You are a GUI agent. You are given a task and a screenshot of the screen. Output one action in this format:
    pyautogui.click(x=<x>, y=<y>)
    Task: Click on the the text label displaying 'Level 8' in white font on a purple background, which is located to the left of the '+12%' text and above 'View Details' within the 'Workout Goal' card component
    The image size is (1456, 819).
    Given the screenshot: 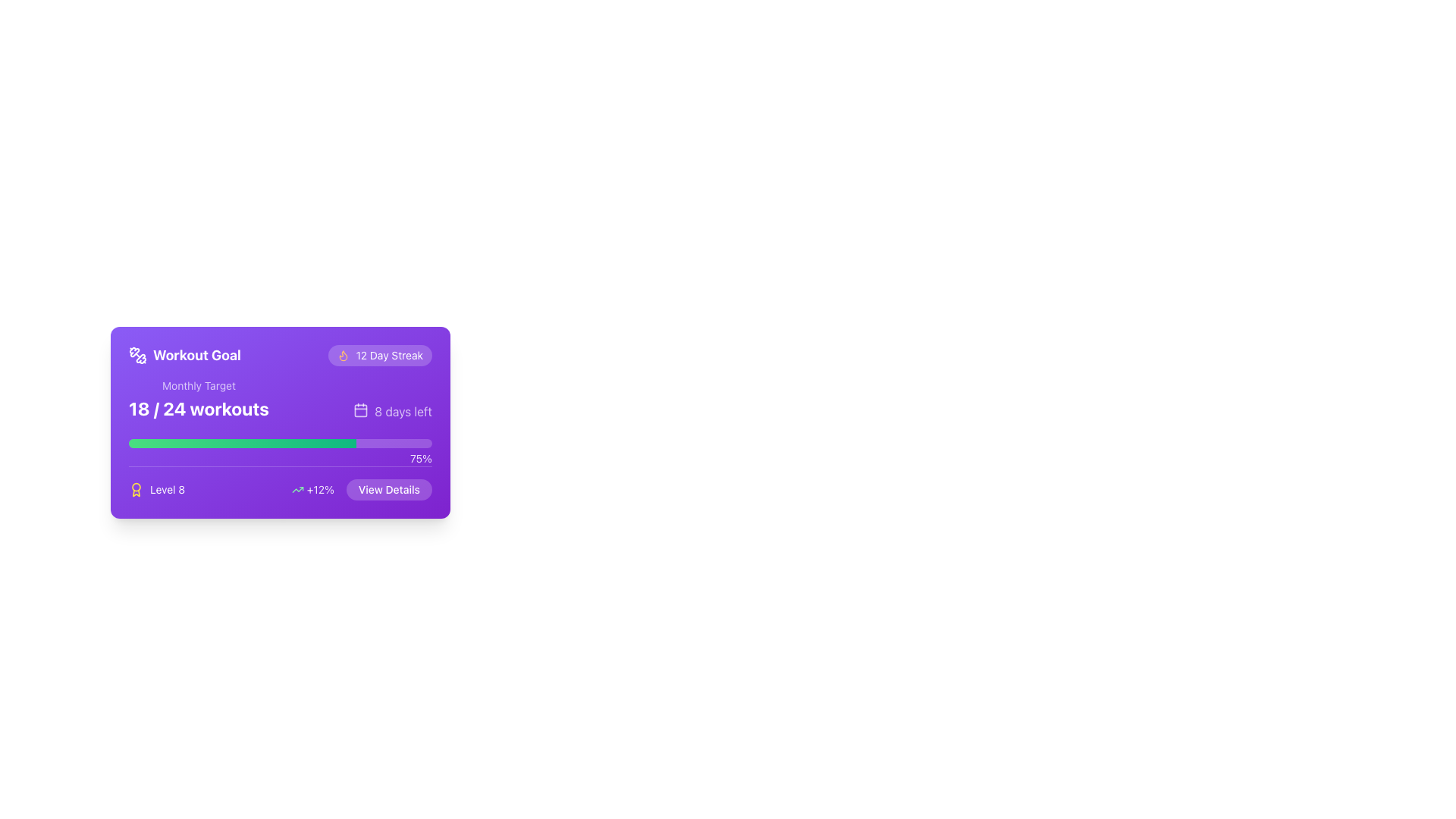 What is the action you would take?
    pyautogui.click(x=157, y=489)
    